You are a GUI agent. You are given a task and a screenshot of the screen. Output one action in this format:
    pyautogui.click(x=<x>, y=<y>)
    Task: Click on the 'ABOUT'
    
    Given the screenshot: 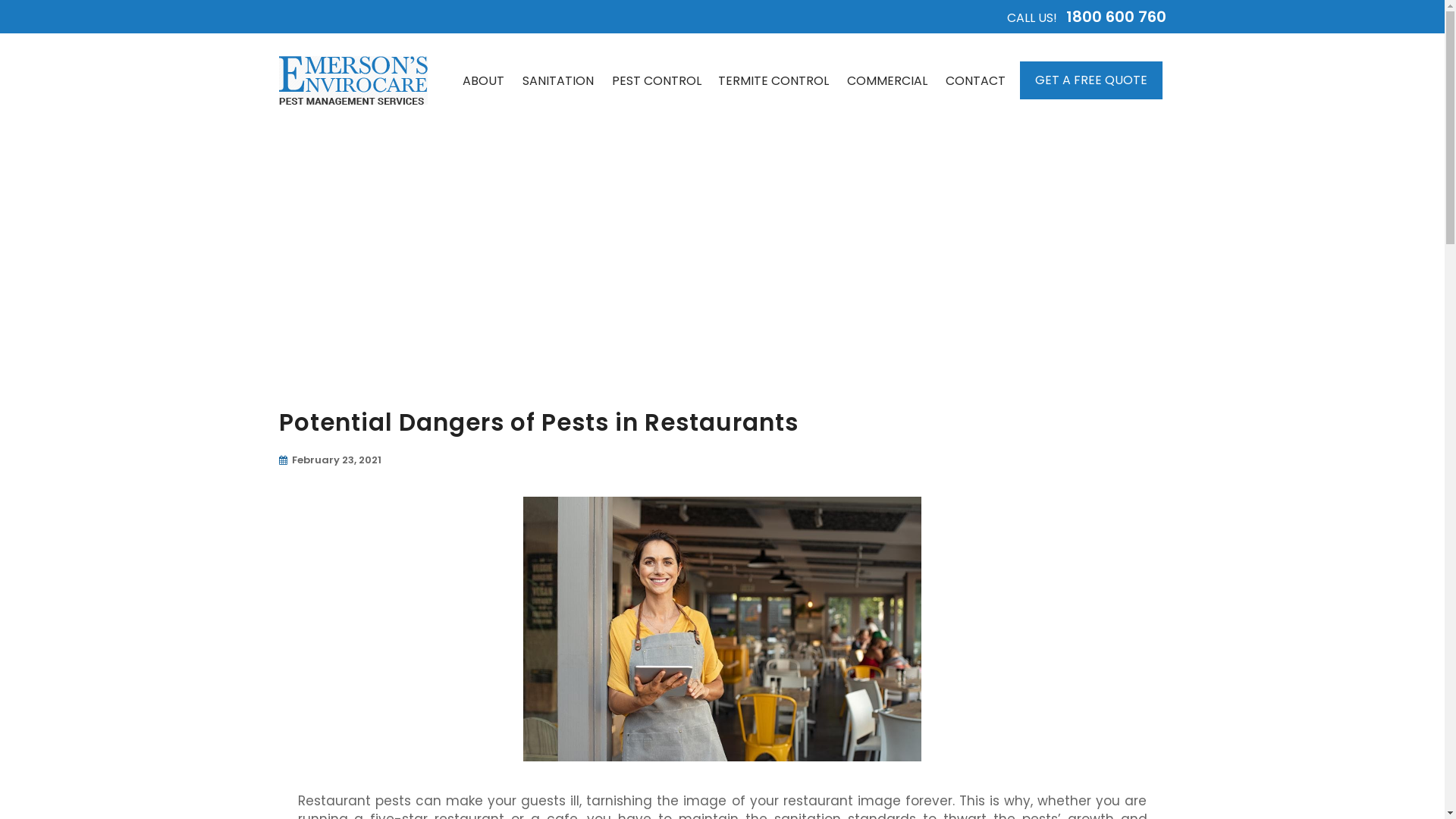 What is the action you would take?
    pyautogui.click(x=482, y=80)
    